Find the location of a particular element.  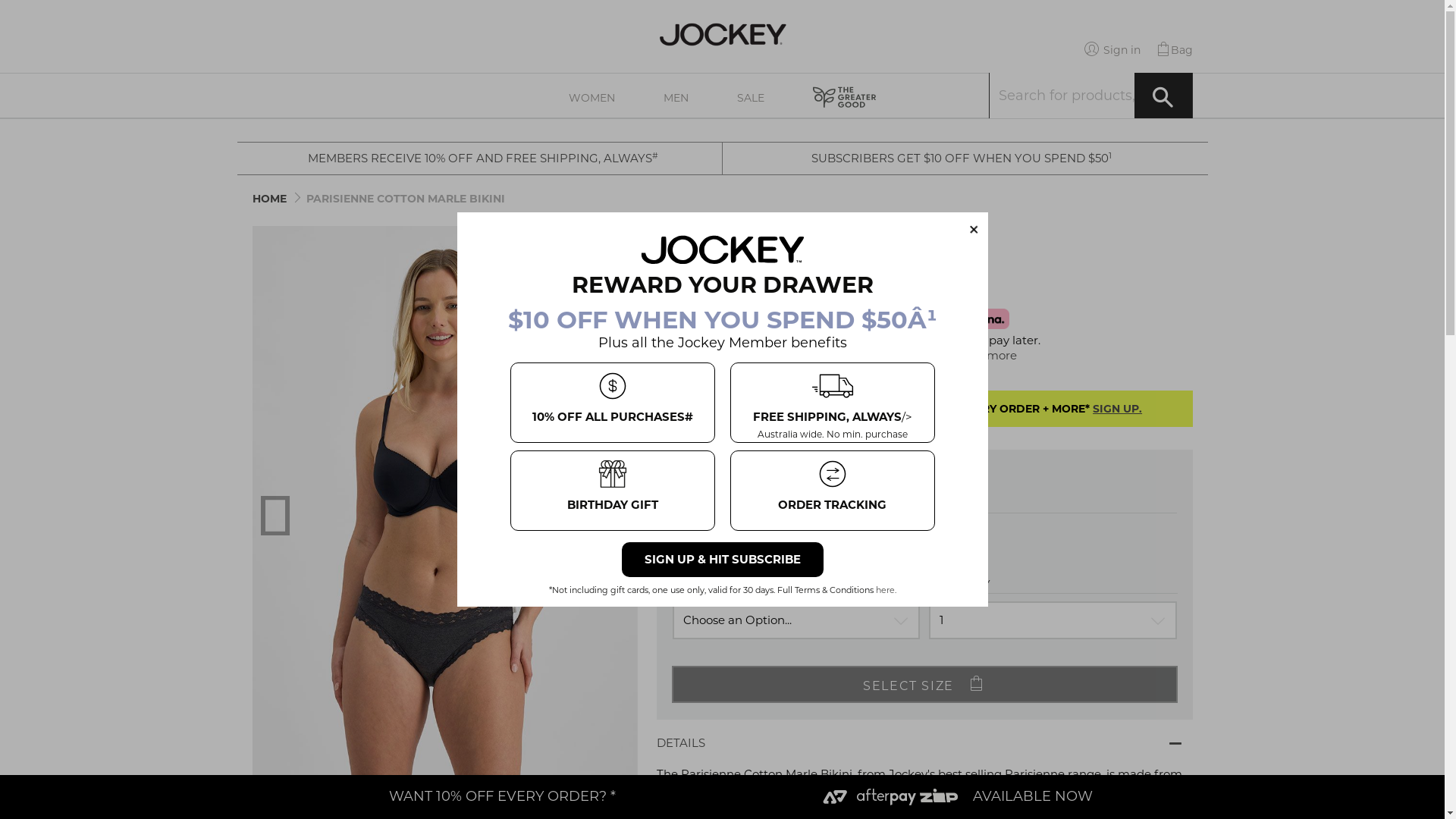

'MEN' is located at coordinates (639, 96).